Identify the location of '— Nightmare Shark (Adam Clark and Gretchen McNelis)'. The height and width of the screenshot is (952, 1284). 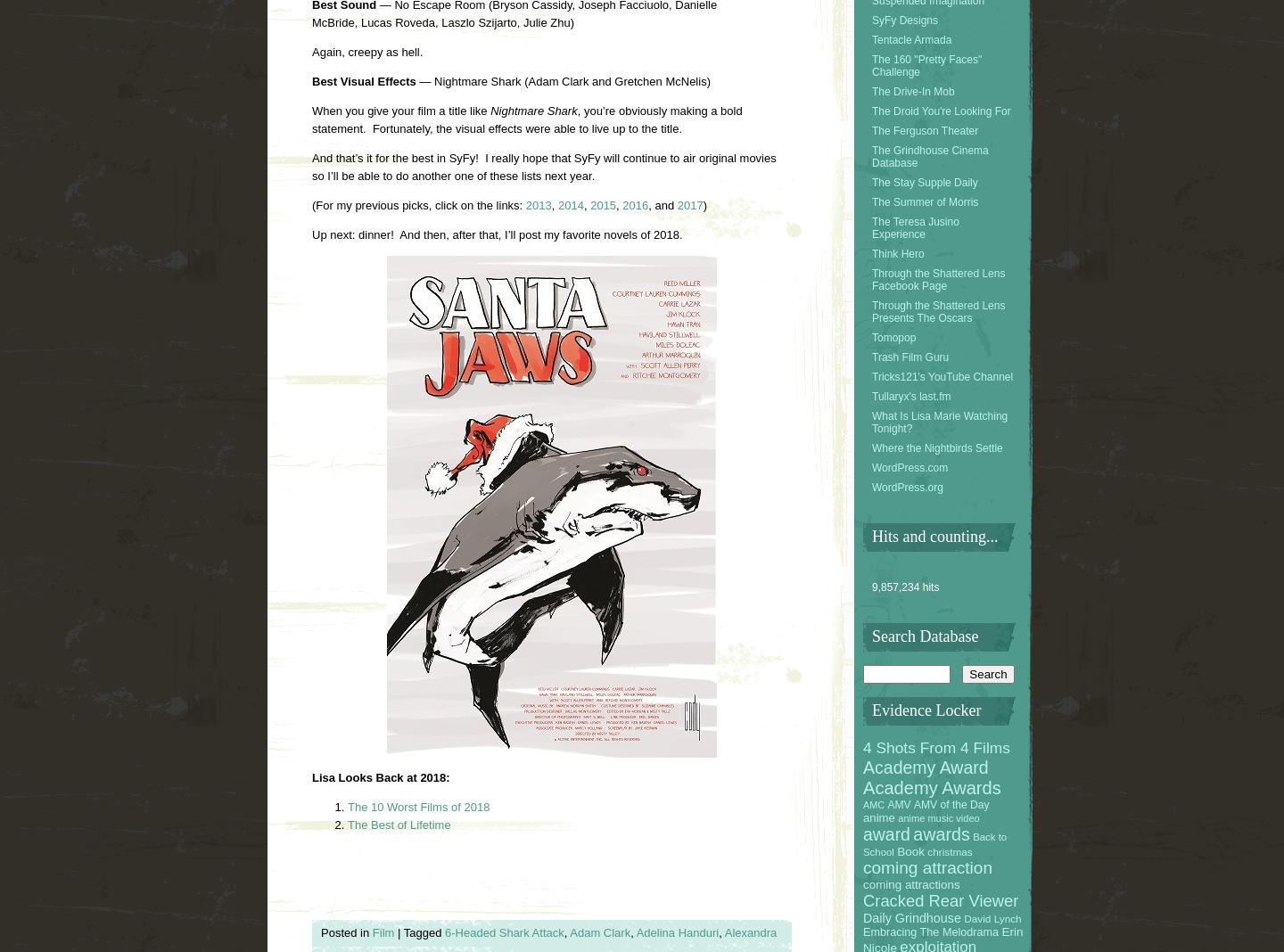
(562, 79).